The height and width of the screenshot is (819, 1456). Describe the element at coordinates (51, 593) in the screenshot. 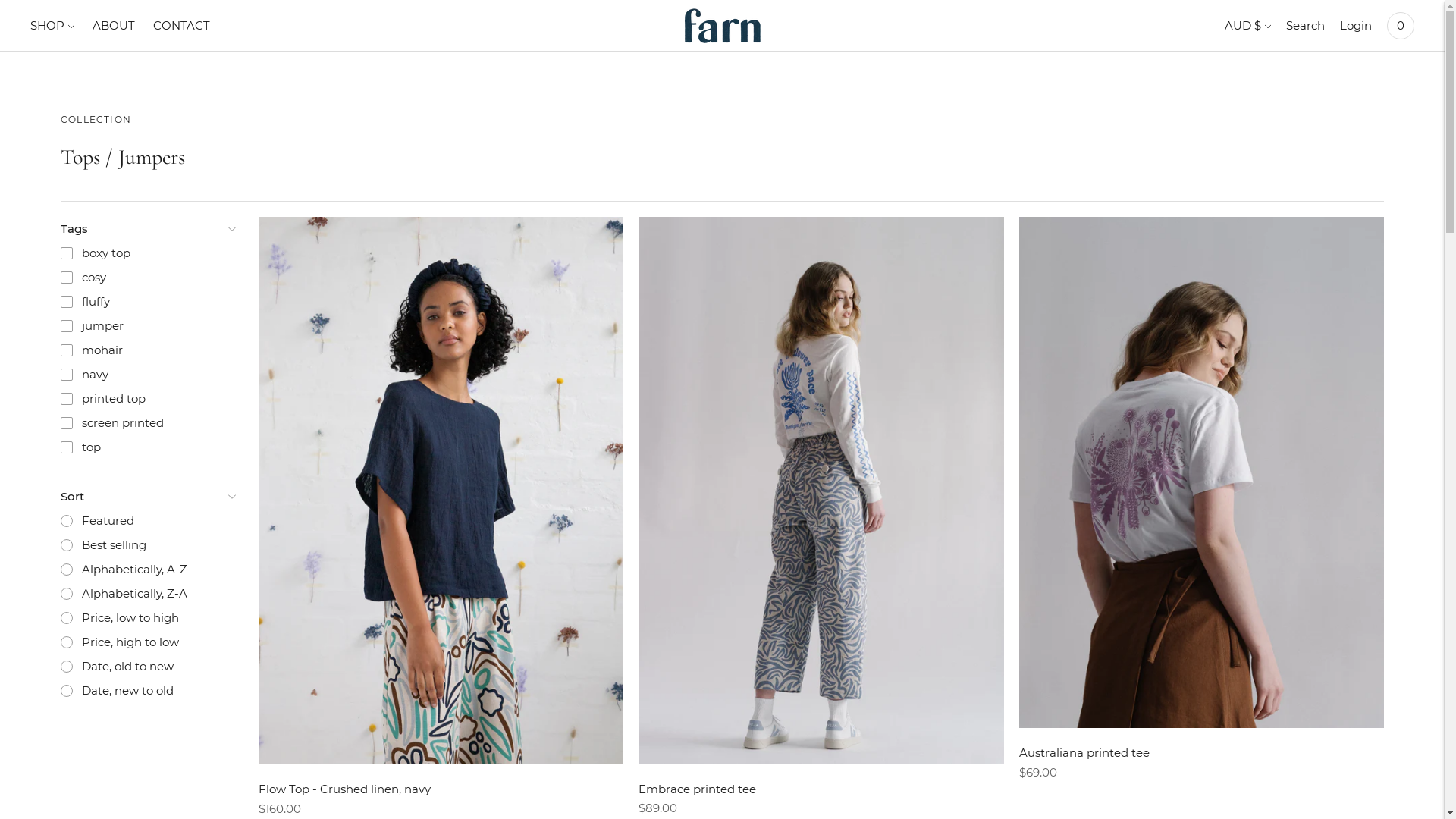

I see `'Alphabetically, Z-A'` at that location.